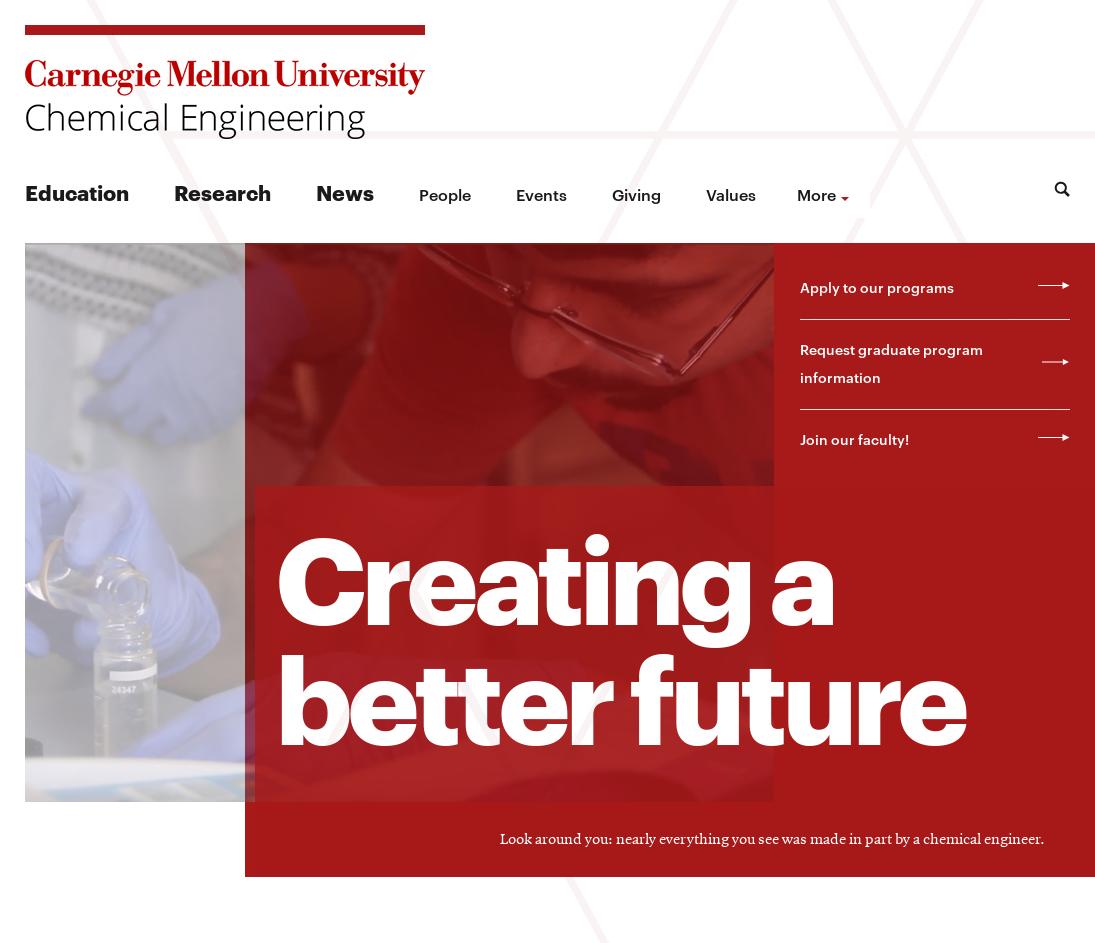 The height and width of the screenshot is (943, 1095). What do you see at coordinates (852, 438) in the screenshot?
I see `'Join our faculty!'` at bounding box center [852, 438].